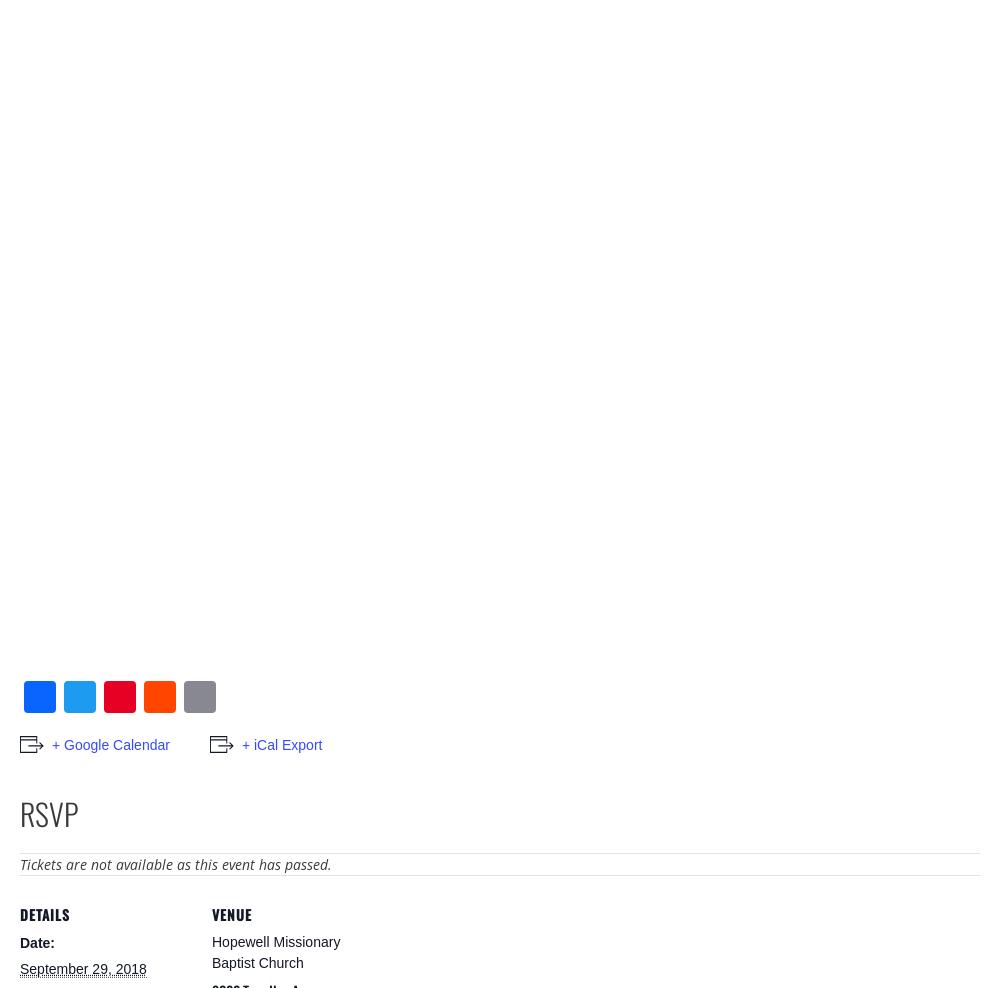 The width and height of the screenshot is (1000, 988). What do you see at coordinates (82, 968) in the screenshot?
I see `'September 29, 2018'` at bounding box center [82, 968].